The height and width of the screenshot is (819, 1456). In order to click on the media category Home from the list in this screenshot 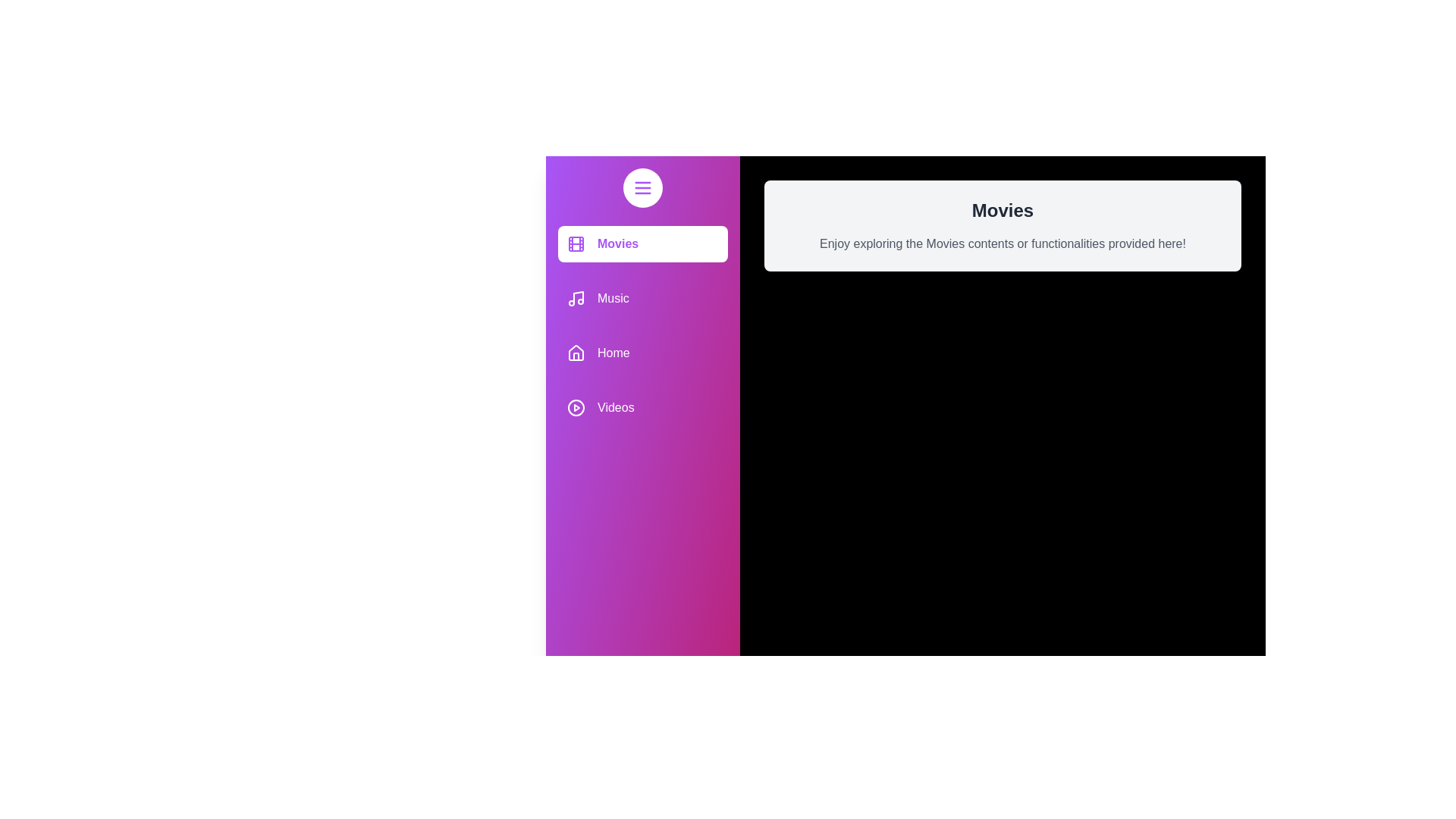, I will do `click(643, 353)`.